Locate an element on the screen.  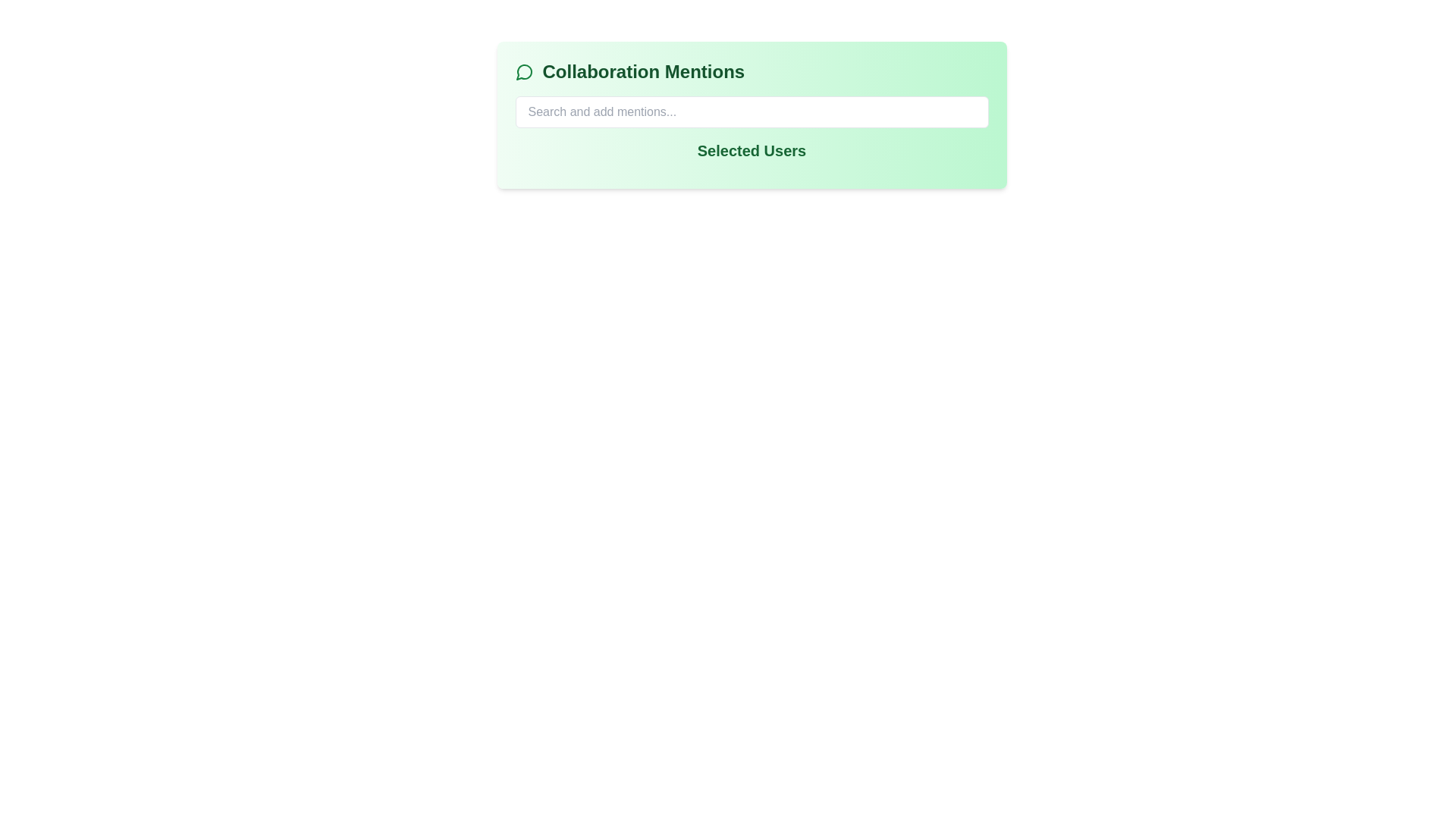
the green chat or message bubble graphic icon element, which has a curved edge and a tail pointing downwards, located to the left of the 'Collaboration Mentions' heading is located at coordinates (524, 72).